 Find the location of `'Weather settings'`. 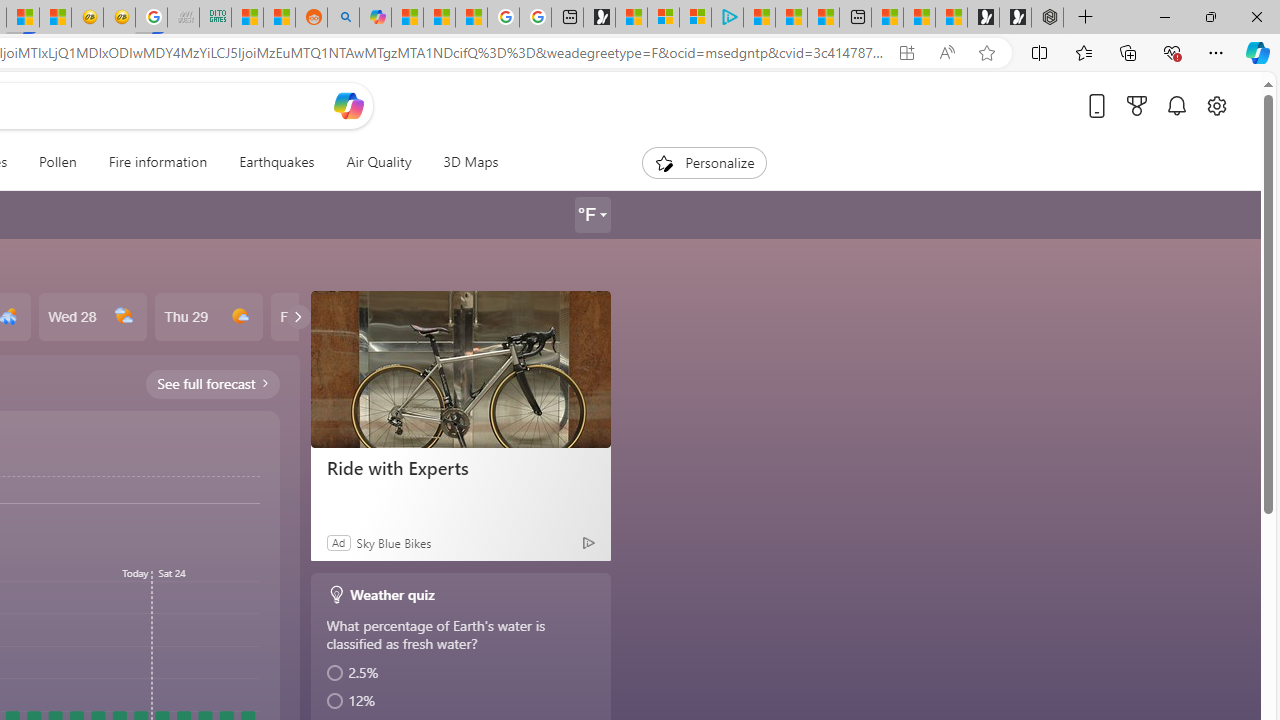

'Weather settings' is located at coordinates (591, 215).